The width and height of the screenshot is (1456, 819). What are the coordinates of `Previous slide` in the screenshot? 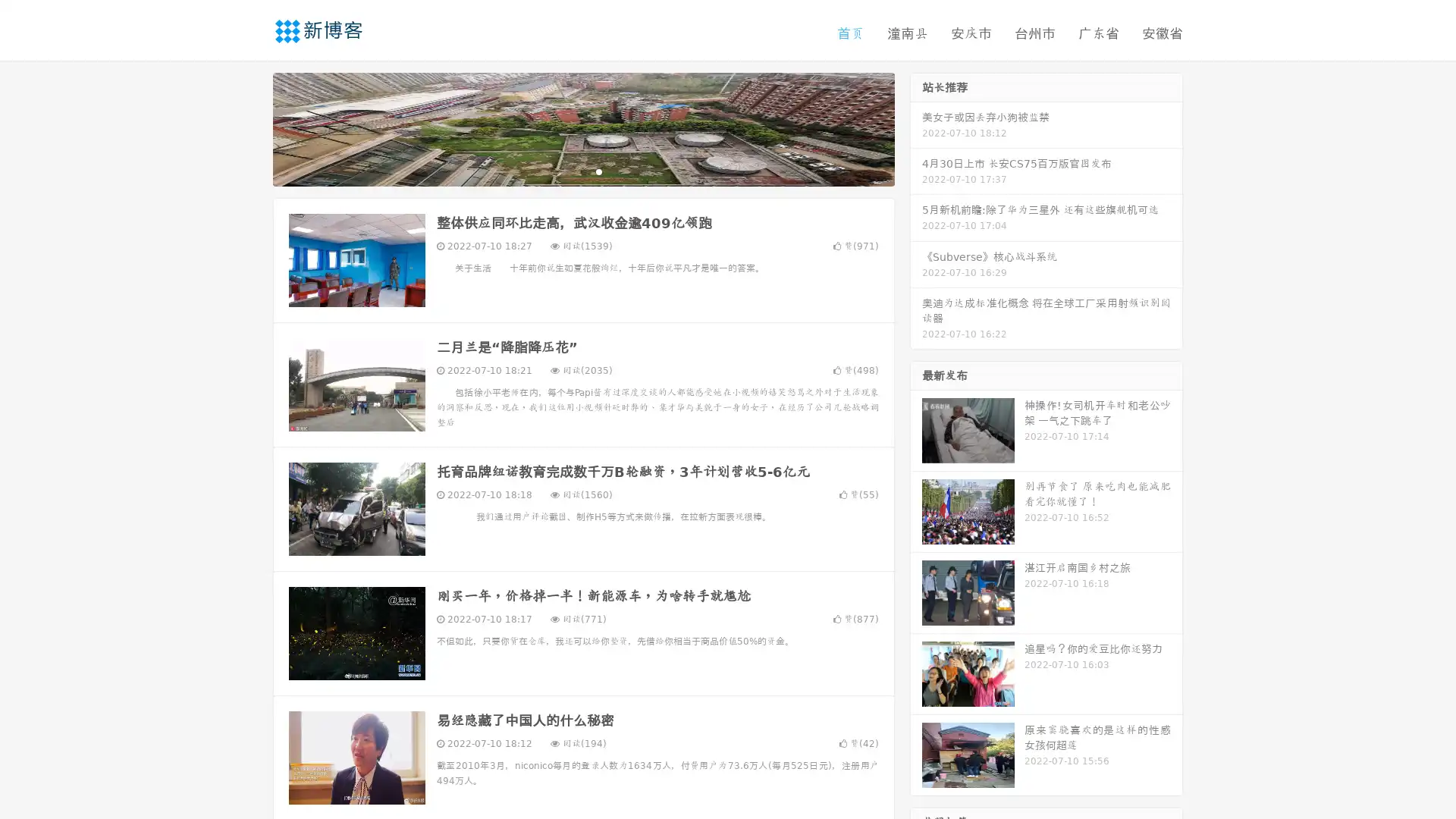 It's located at (250, 127).